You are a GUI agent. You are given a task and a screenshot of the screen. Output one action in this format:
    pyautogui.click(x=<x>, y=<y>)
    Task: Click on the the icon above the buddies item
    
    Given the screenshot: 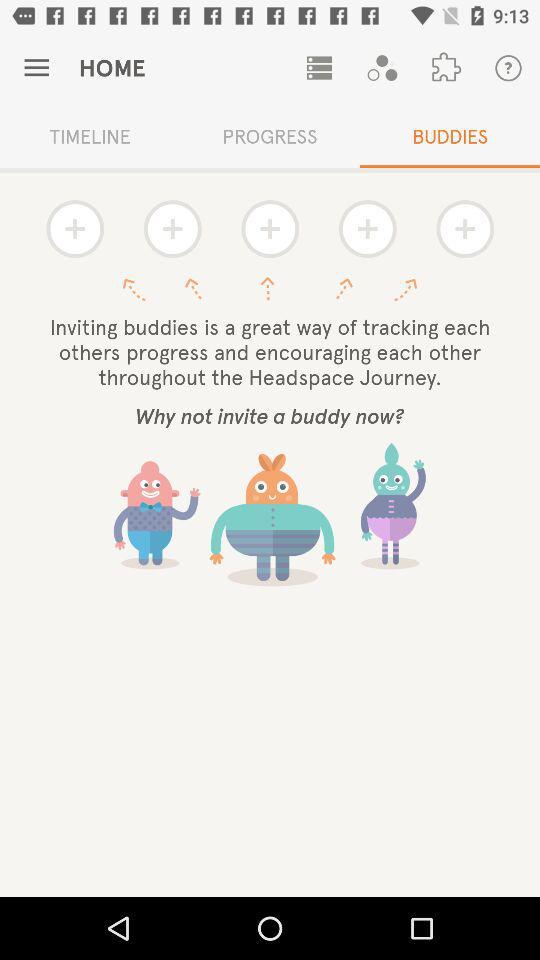 What is the action you would take?
    pyautogui.click(x=508, y=68)
    